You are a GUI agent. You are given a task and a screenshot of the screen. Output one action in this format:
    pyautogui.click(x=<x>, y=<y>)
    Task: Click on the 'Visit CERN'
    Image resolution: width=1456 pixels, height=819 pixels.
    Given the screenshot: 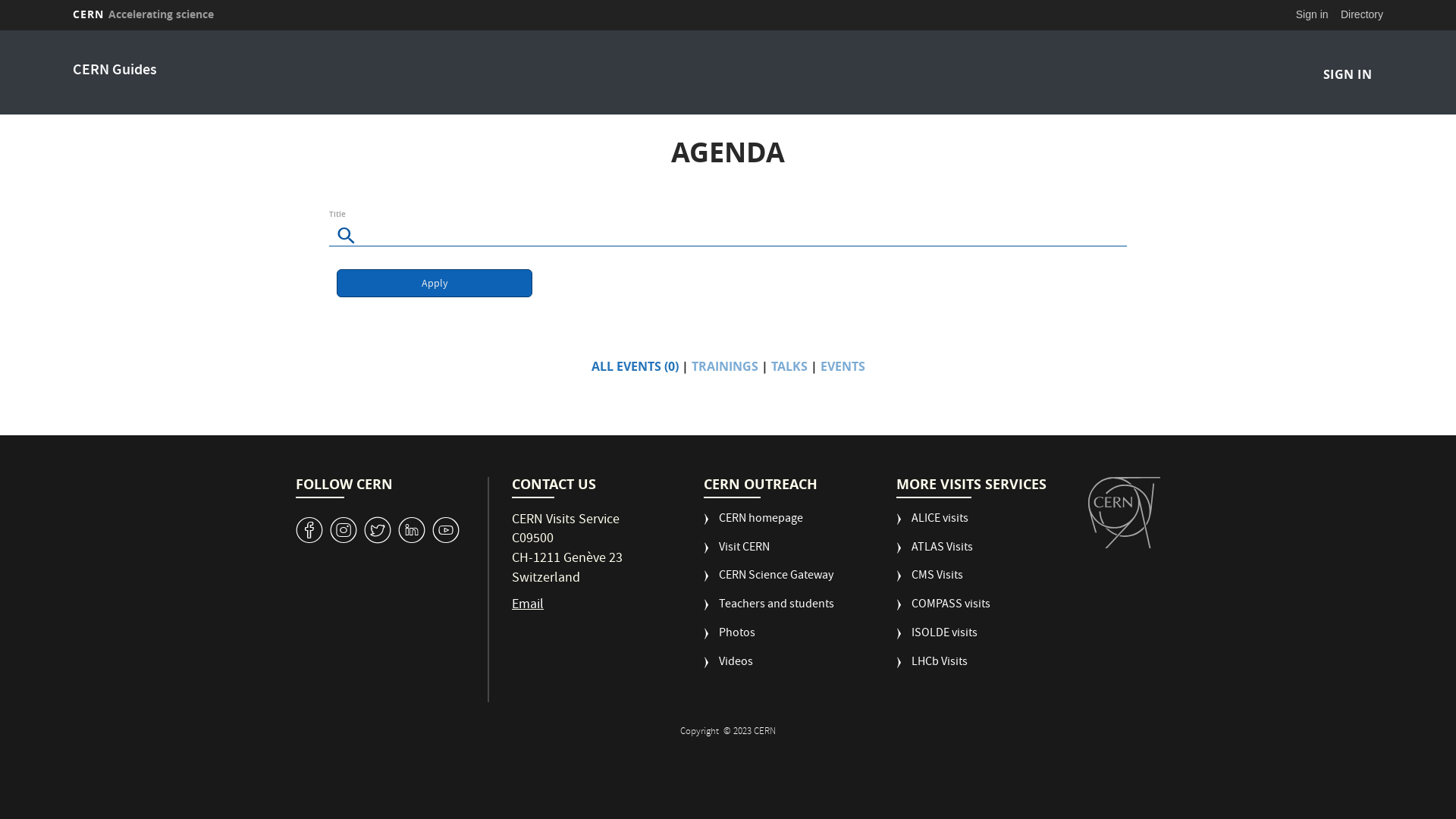 What is the action you would take?
    pyautogui.click(x=736, y=554)
    